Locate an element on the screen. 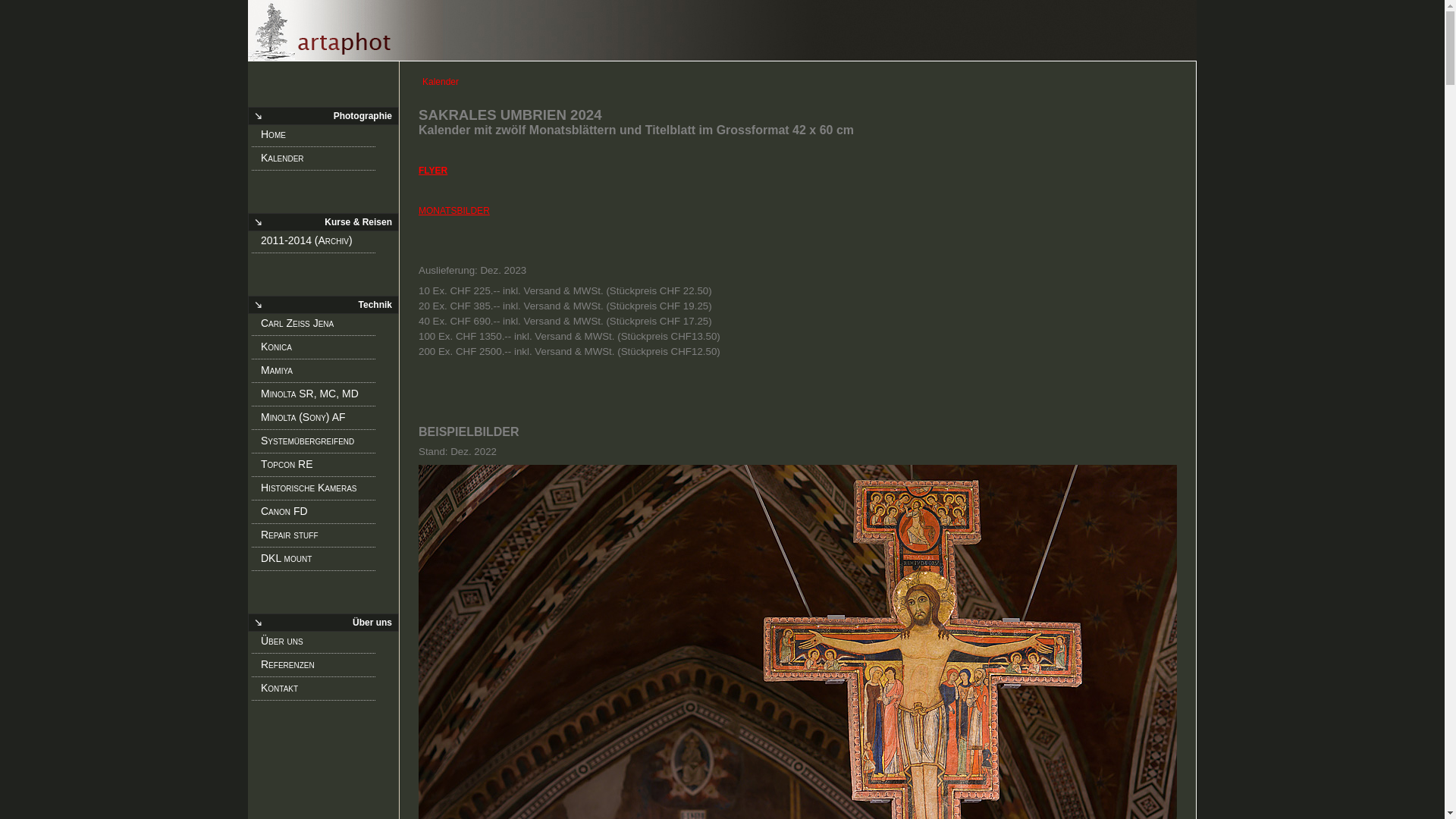 The width and height of the screenshot is (1456, 819). 'Carl Zeiss Jena' is located at coordinates (261, 325).